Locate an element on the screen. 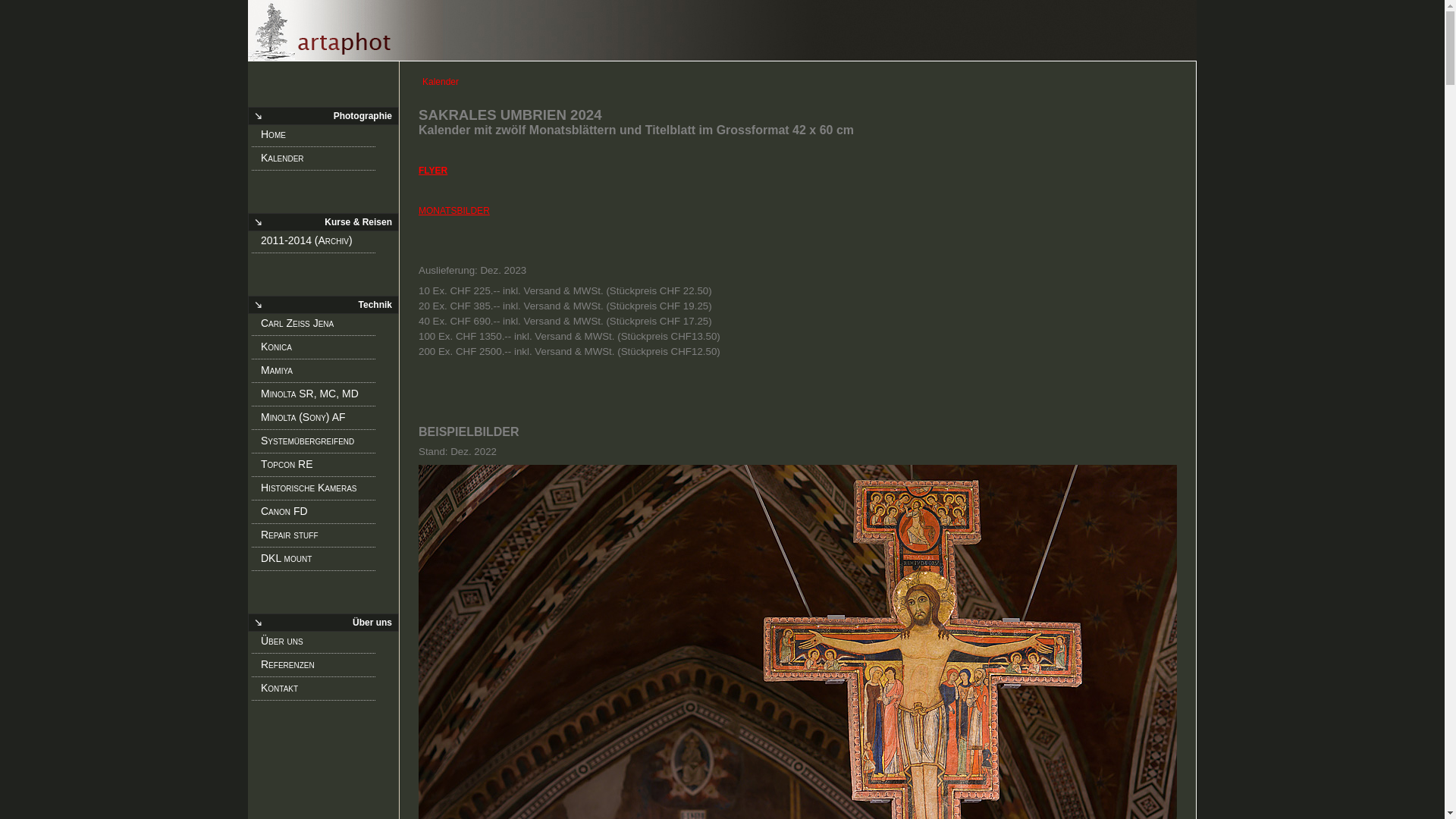 The width and height of the screenshot is (1456, 819). 'Carl Zeiss Jena' is located at coordinates (261, 325).